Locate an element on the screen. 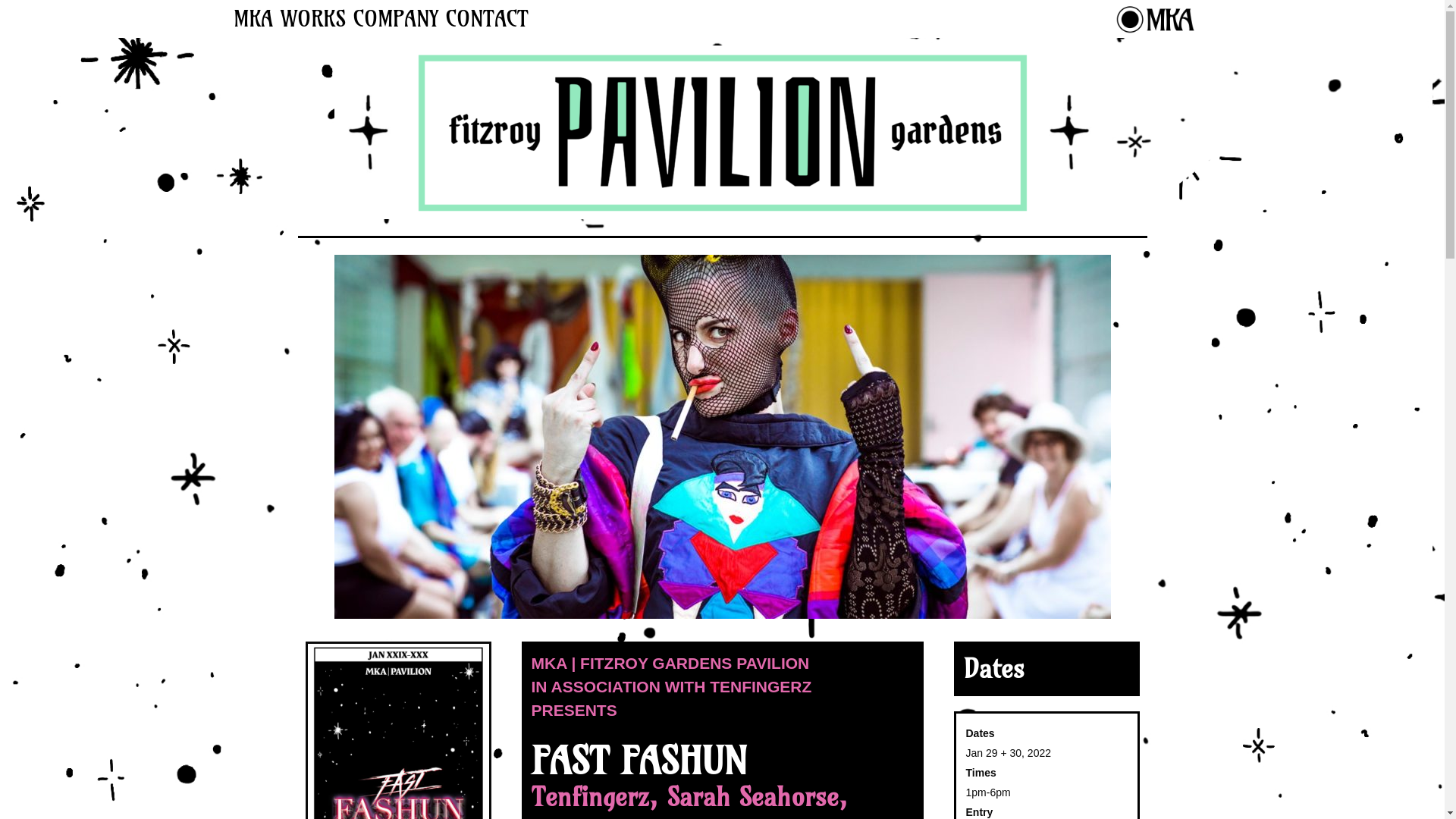  'COMPANY' is located at coordinates (348, 18).